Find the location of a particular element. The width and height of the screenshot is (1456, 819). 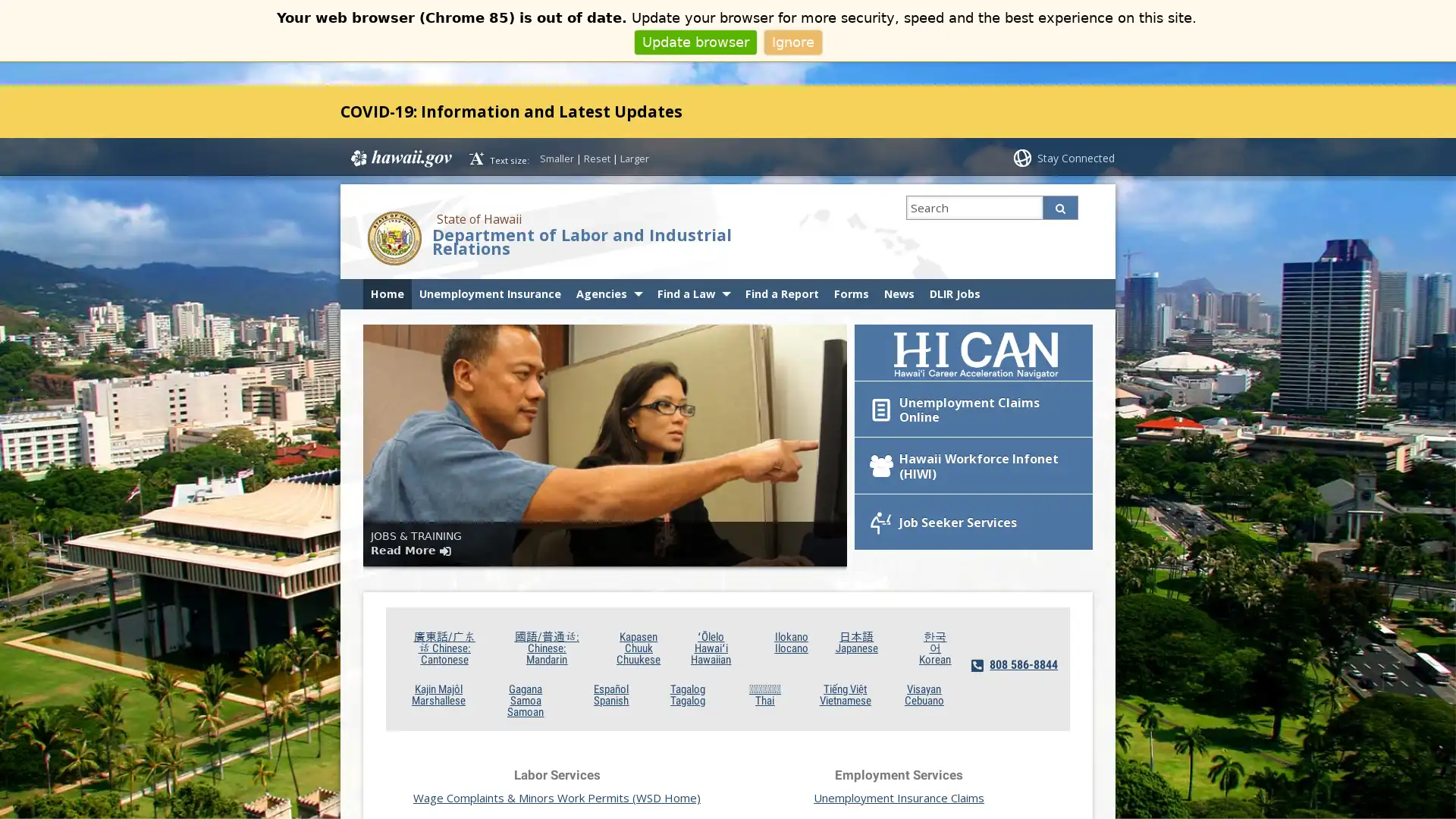

Tagalog Tagalog is located at coordinates (686, 701).